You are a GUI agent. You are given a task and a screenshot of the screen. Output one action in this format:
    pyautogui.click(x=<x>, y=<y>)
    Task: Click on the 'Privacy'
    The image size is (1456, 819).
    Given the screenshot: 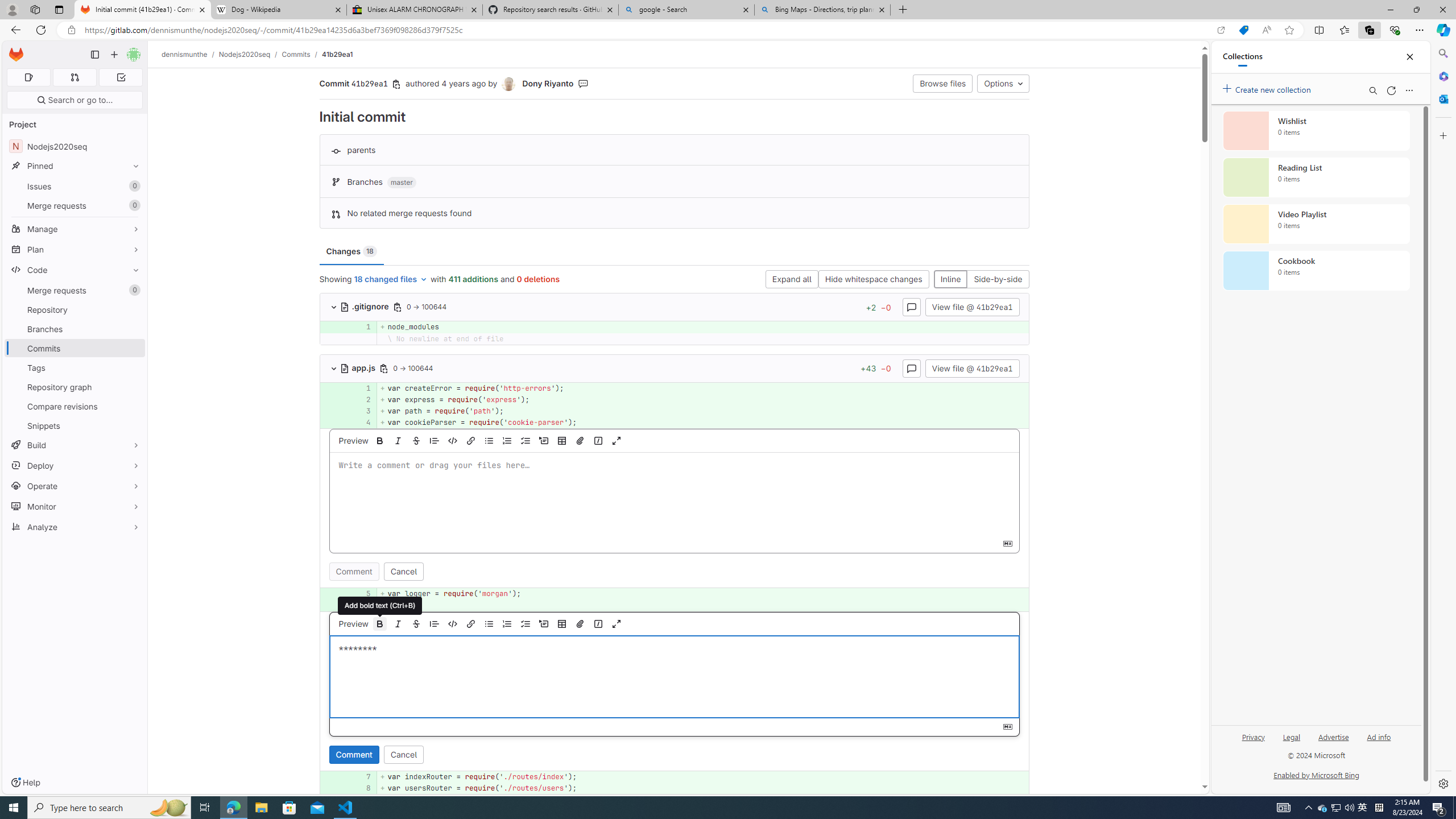 What is the action you would take?
    pyautogui.click(x=1254, y=736)
    